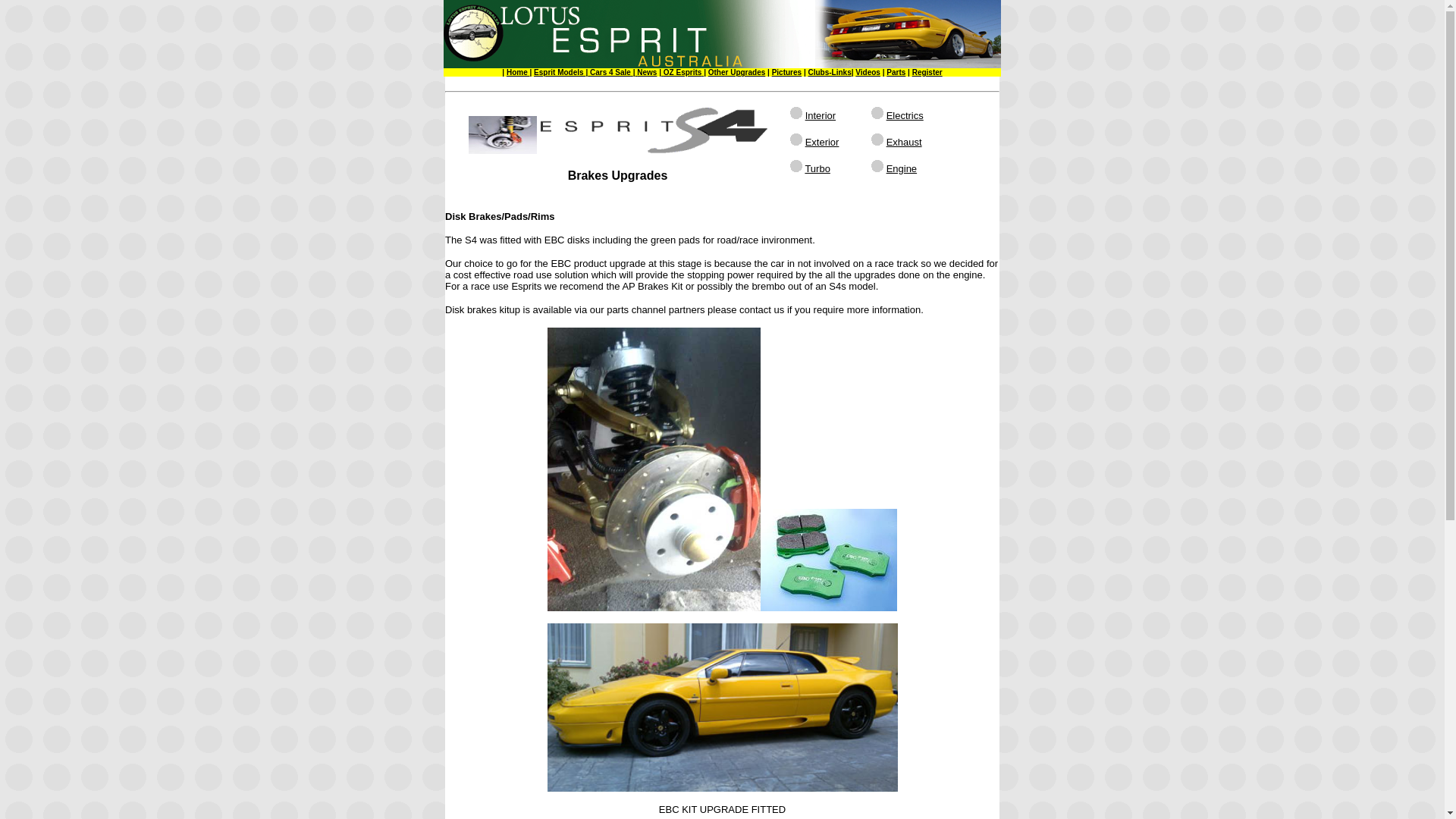 This screenshot has height=819, width=1456. Describe the element at coordinates (518, 72) in the screenshot. I see `'Home'` at that location.